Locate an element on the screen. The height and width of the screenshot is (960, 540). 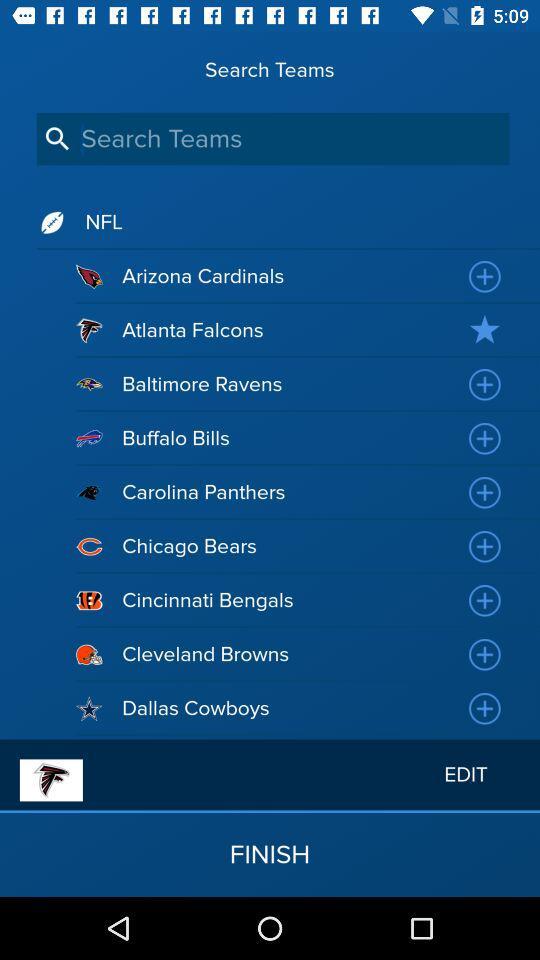
search teams is located at coordinates (272, 138).